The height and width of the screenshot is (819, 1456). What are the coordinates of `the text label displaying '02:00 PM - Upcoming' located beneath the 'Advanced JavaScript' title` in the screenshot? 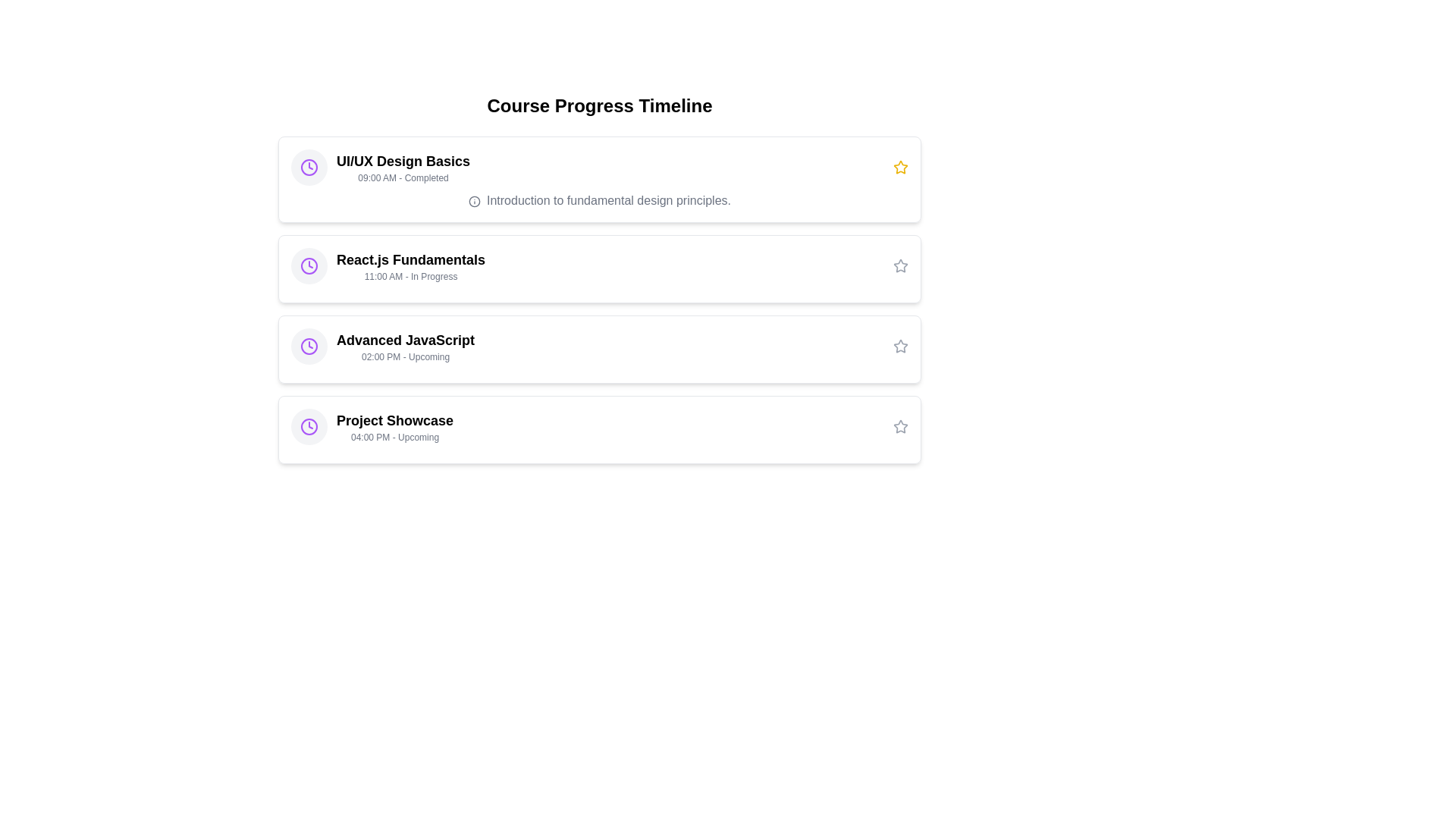 It's located at (406, 356).